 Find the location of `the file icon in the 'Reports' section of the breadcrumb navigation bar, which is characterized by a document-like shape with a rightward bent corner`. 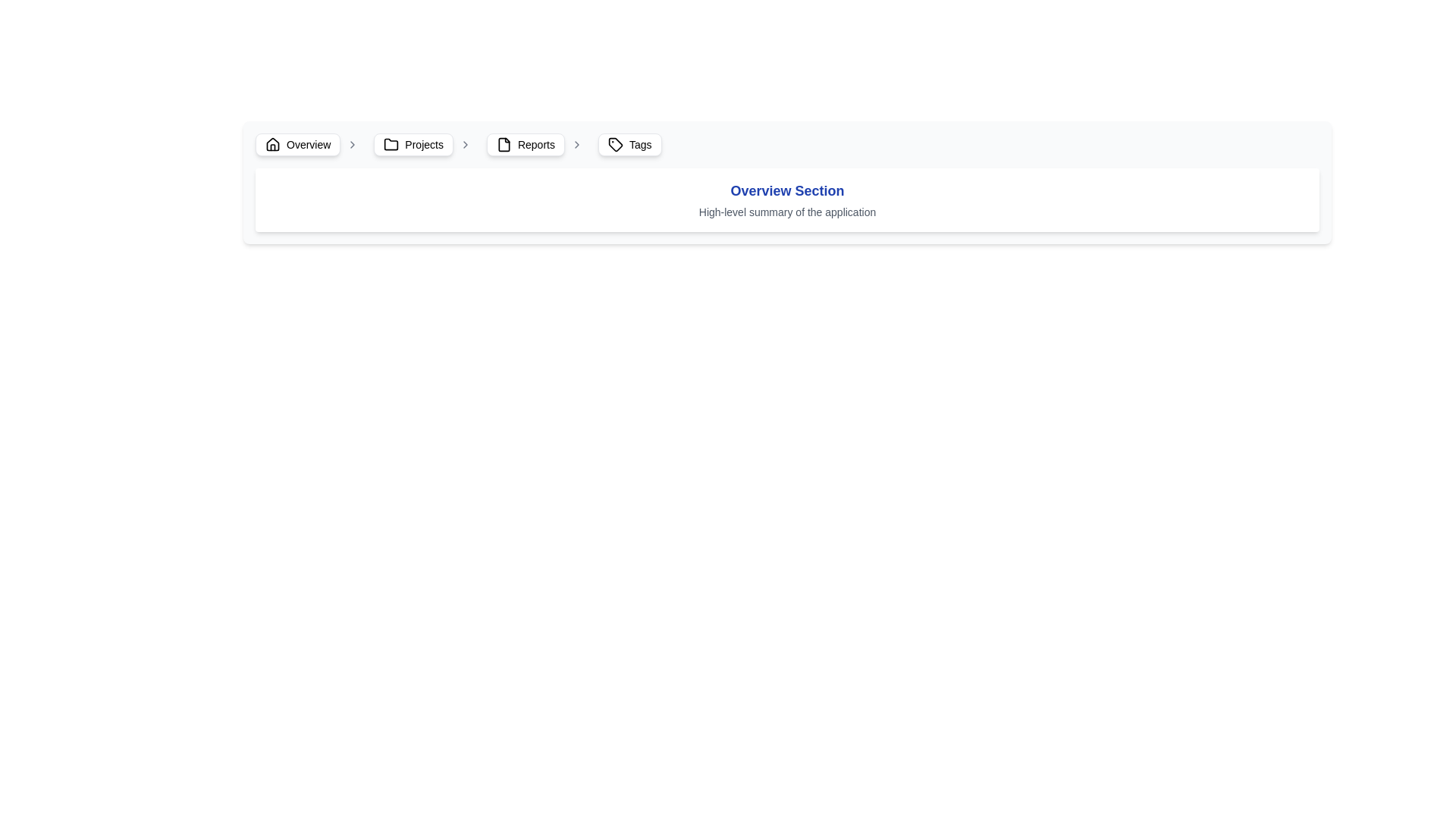

the file icon in the 'Reports' section of the breadcrumb navigation bar, which is characterized by a document-like shape with a rightward bent corner is located at coordinates (504, 145).